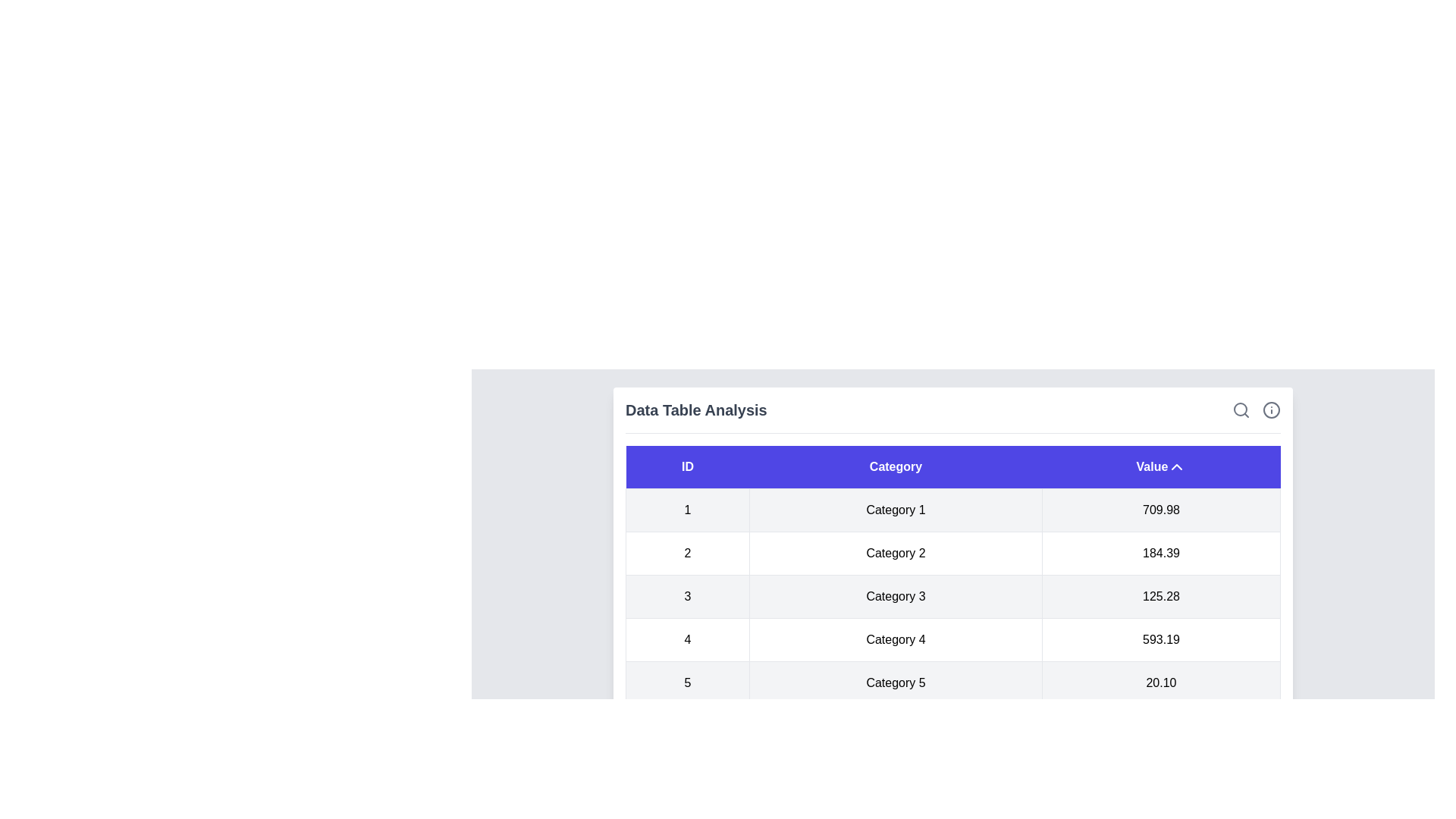  What do you see at coordinates (1271, 409) in the screenshot?
I see `the info icon in the header of the table` at bounding box center [1271, 409].